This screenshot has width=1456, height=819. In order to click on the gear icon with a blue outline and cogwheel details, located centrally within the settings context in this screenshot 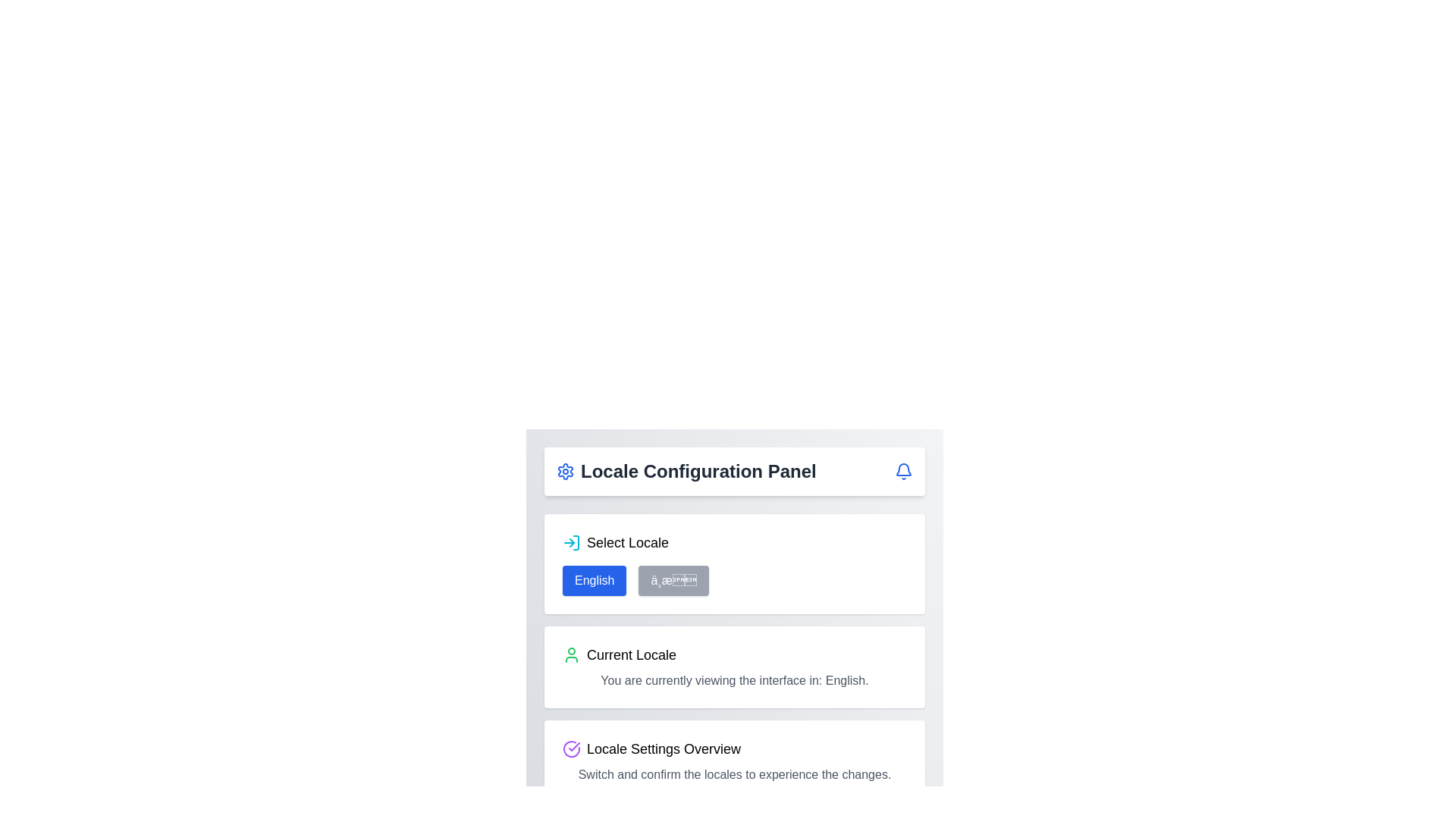, I will do `click(564, 470)`.